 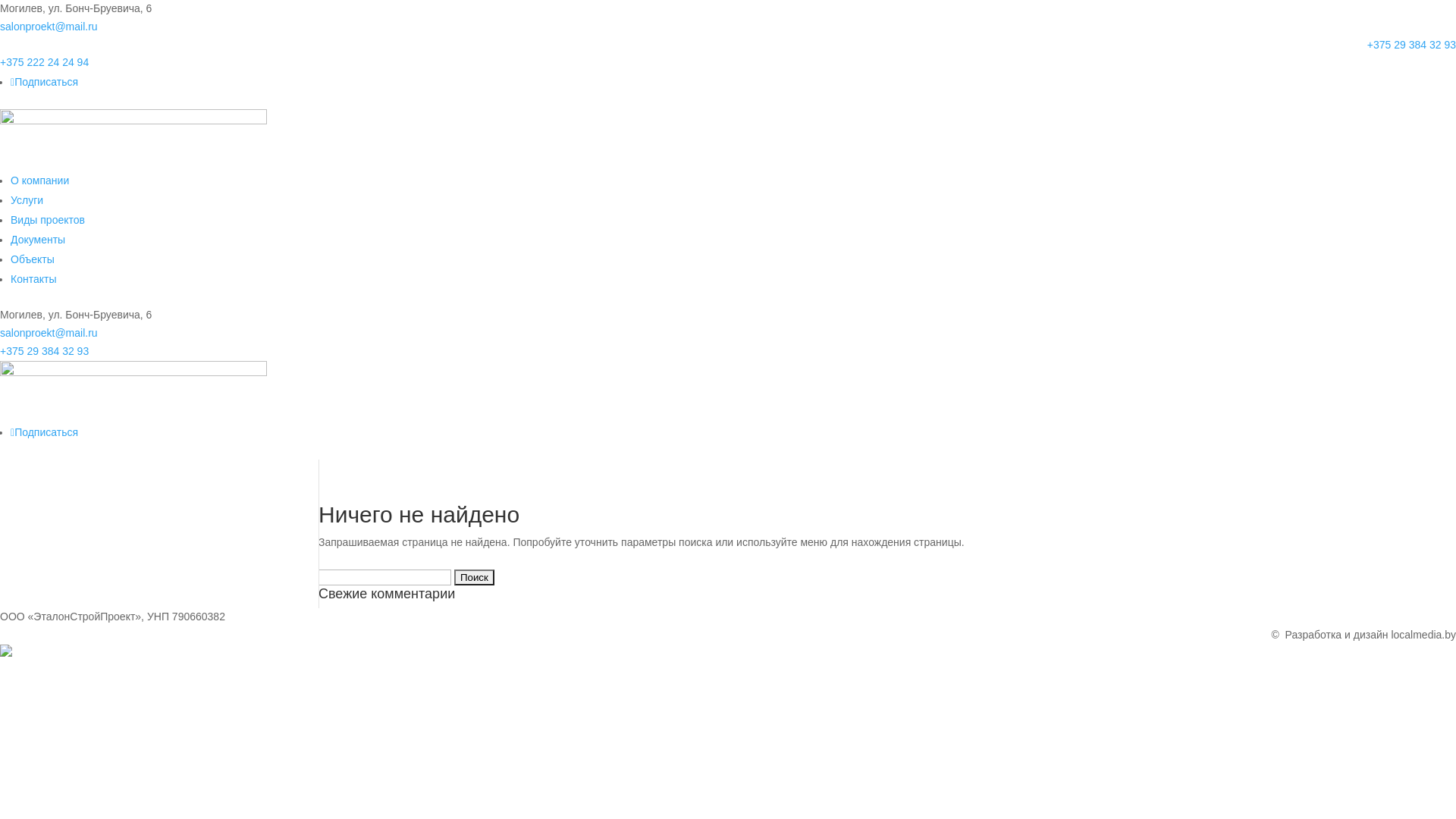 I want to click on 'salonproekt@mail.ru', so click(x=49, y=26).